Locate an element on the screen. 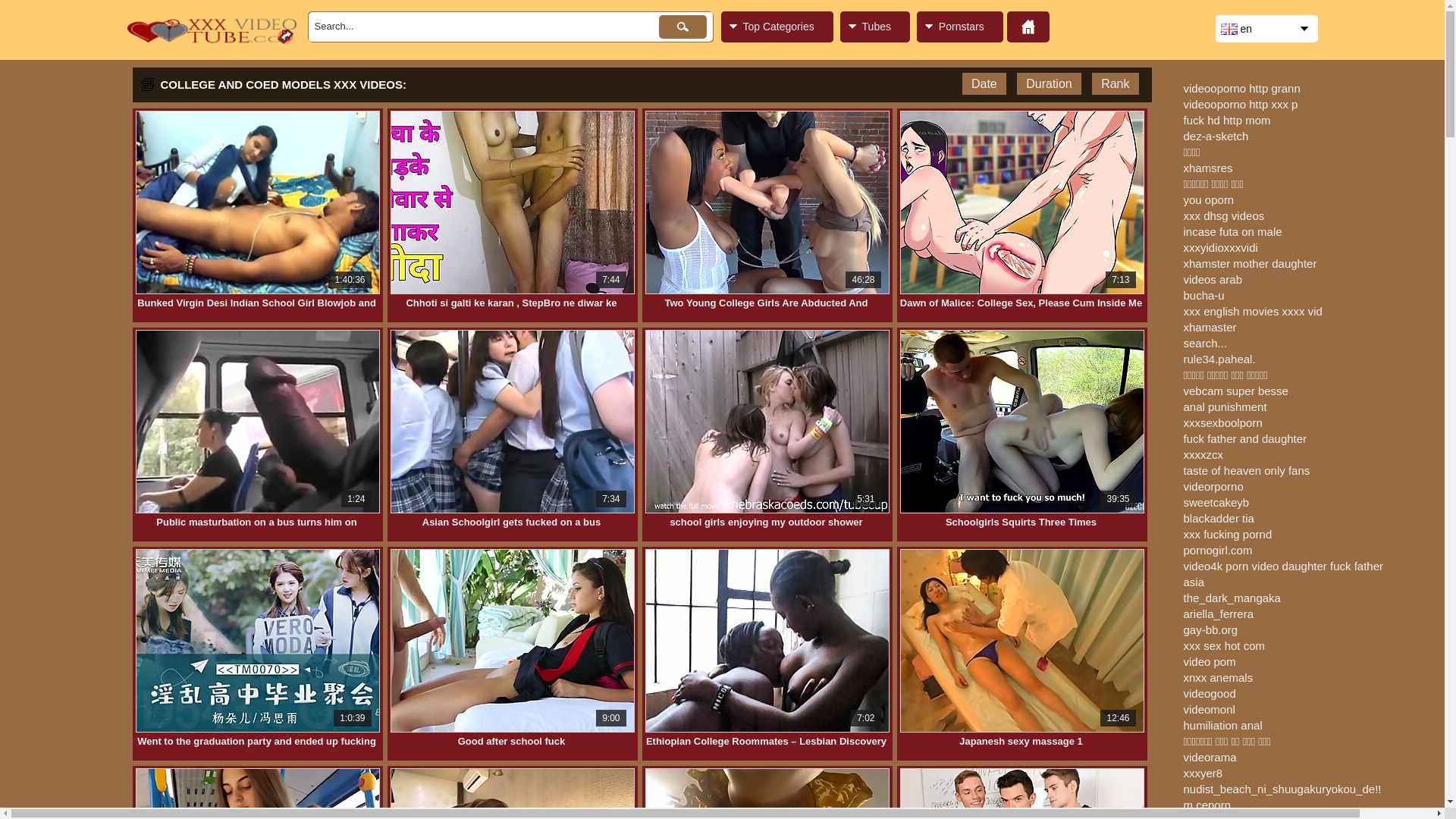 The height and width of the screenshot is (819, 1456). 'fuck hd http mom' is located at coordinates (1226, 119).